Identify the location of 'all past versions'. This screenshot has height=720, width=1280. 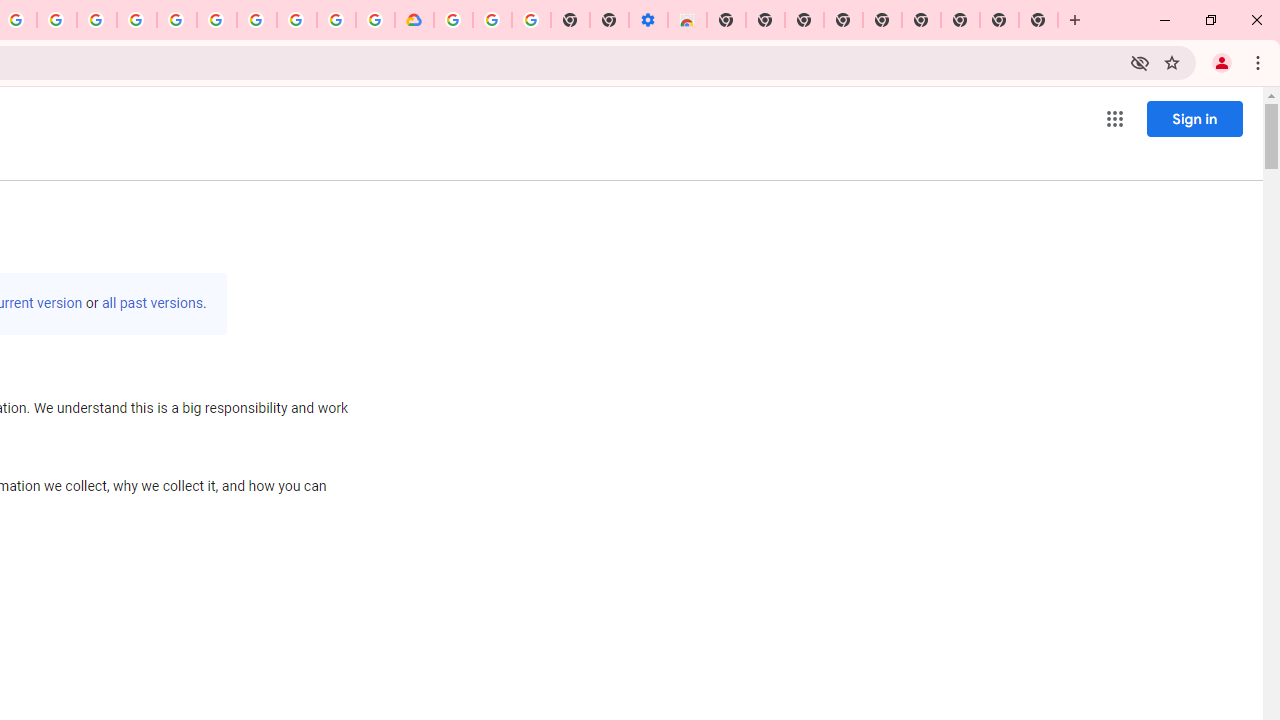
(151, 303).